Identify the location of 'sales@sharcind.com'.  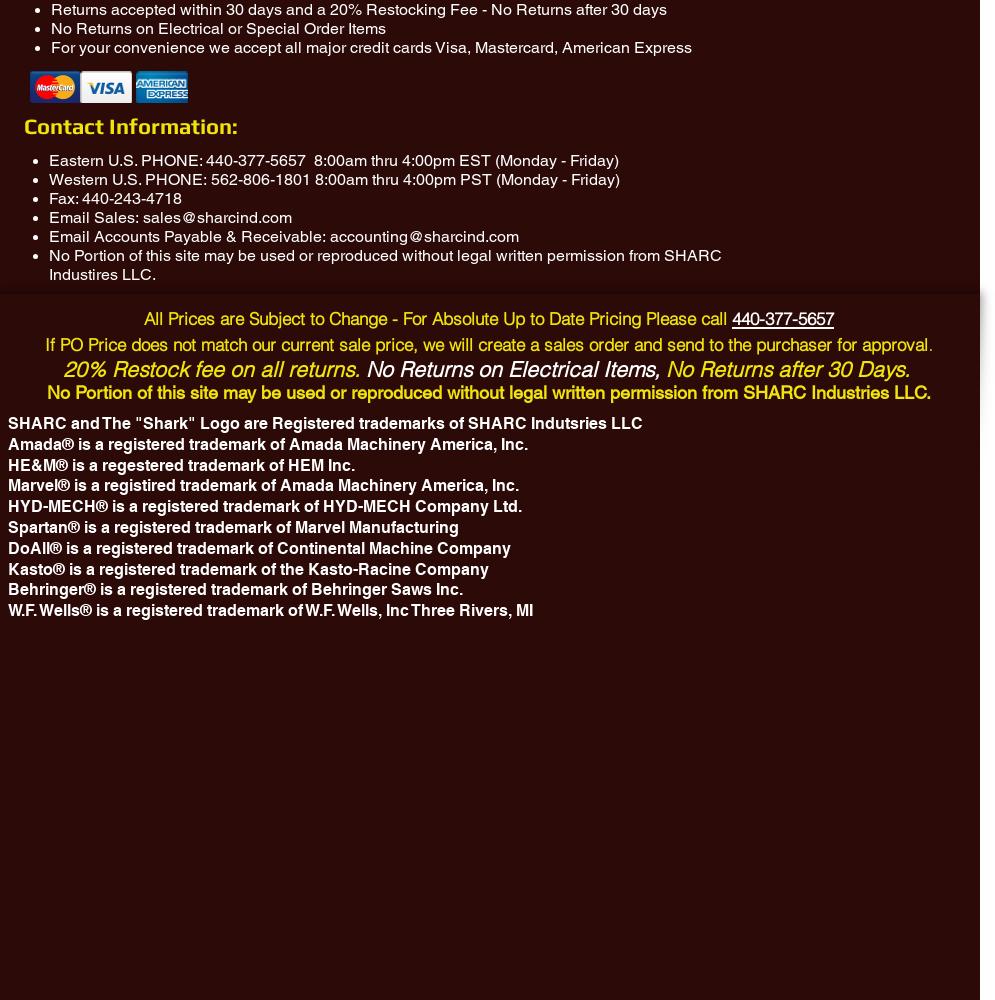
(216, 216).